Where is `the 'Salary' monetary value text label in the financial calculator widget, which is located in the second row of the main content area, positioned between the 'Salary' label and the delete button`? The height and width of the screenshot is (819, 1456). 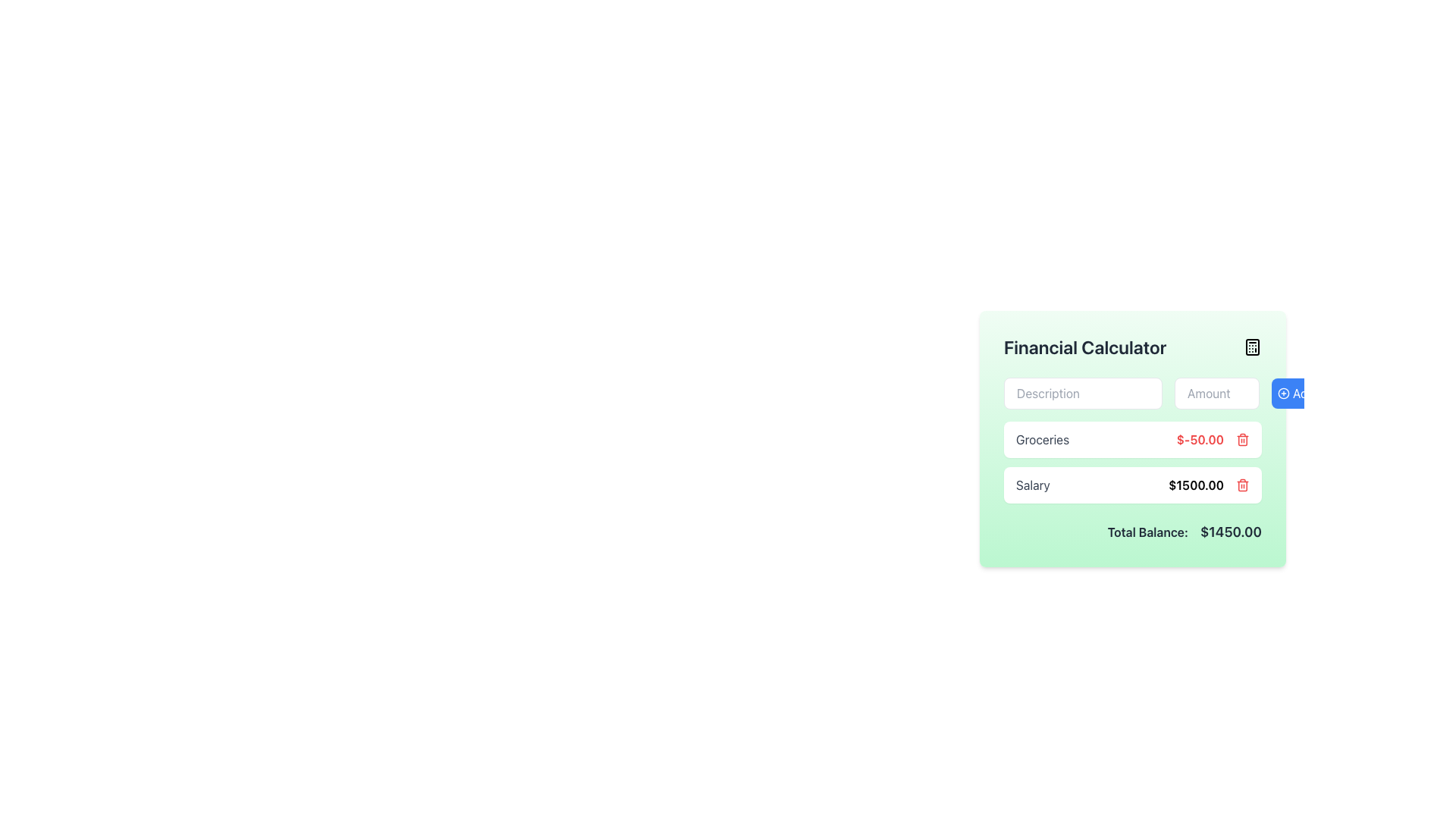
the 'Salary' monetary value text label in the financial calculator widget, which is located in the second row of the main content area, positioned between the 'Salary' label and the delete button is located at coordinates (1208, 485).